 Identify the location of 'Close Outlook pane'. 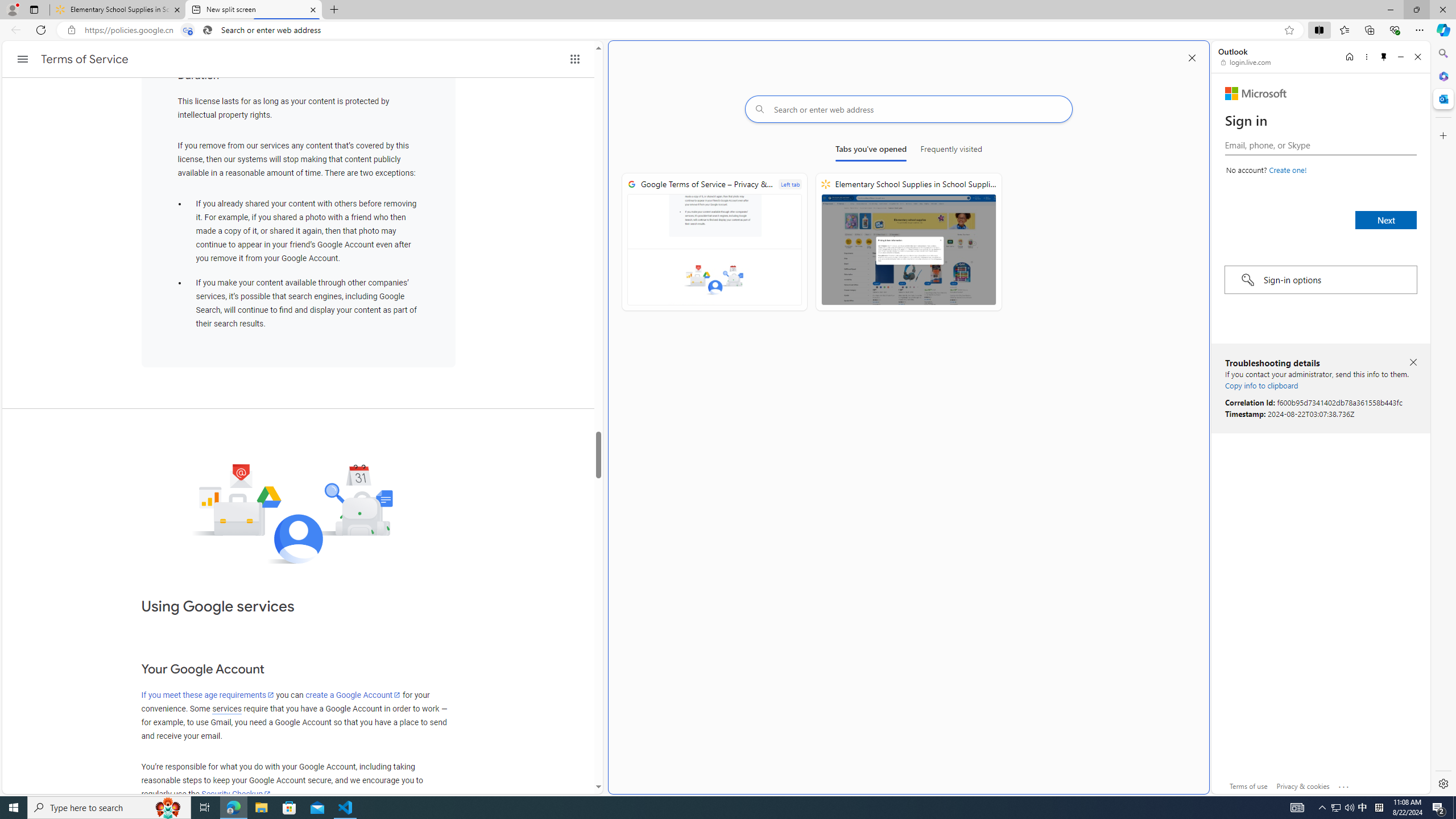
(1442, 98).